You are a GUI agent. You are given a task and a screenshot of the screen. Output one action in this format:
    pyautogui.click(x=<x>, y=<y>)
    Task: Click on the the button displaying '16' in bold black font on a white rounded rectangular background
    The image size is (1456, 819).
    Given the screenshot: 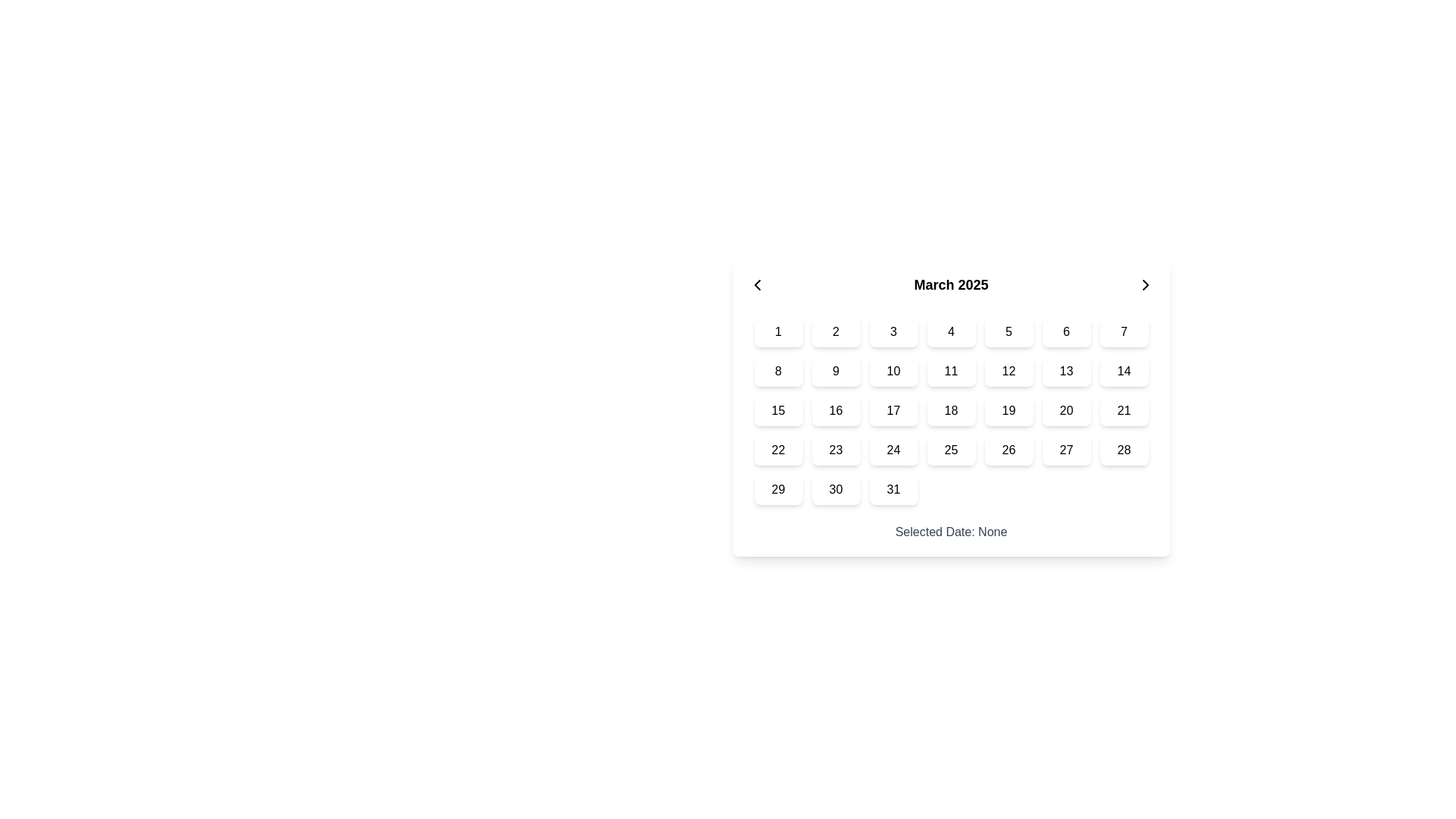 What is the action you would take?
    pyautogui.click(x=835, y=411)
    